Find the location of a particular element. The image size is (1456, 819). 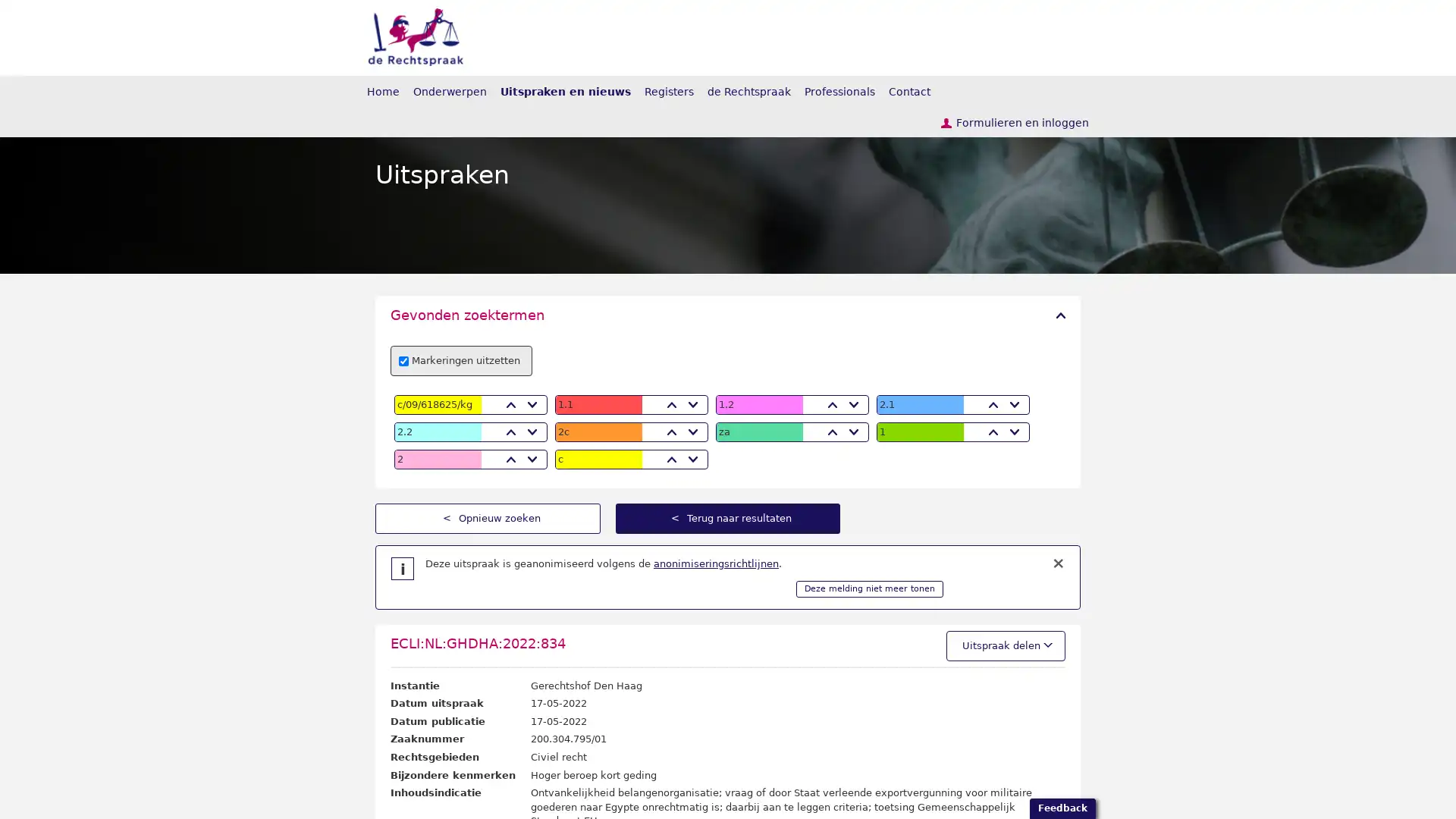

Vorige zoek term is located at coordinates (510, 403).